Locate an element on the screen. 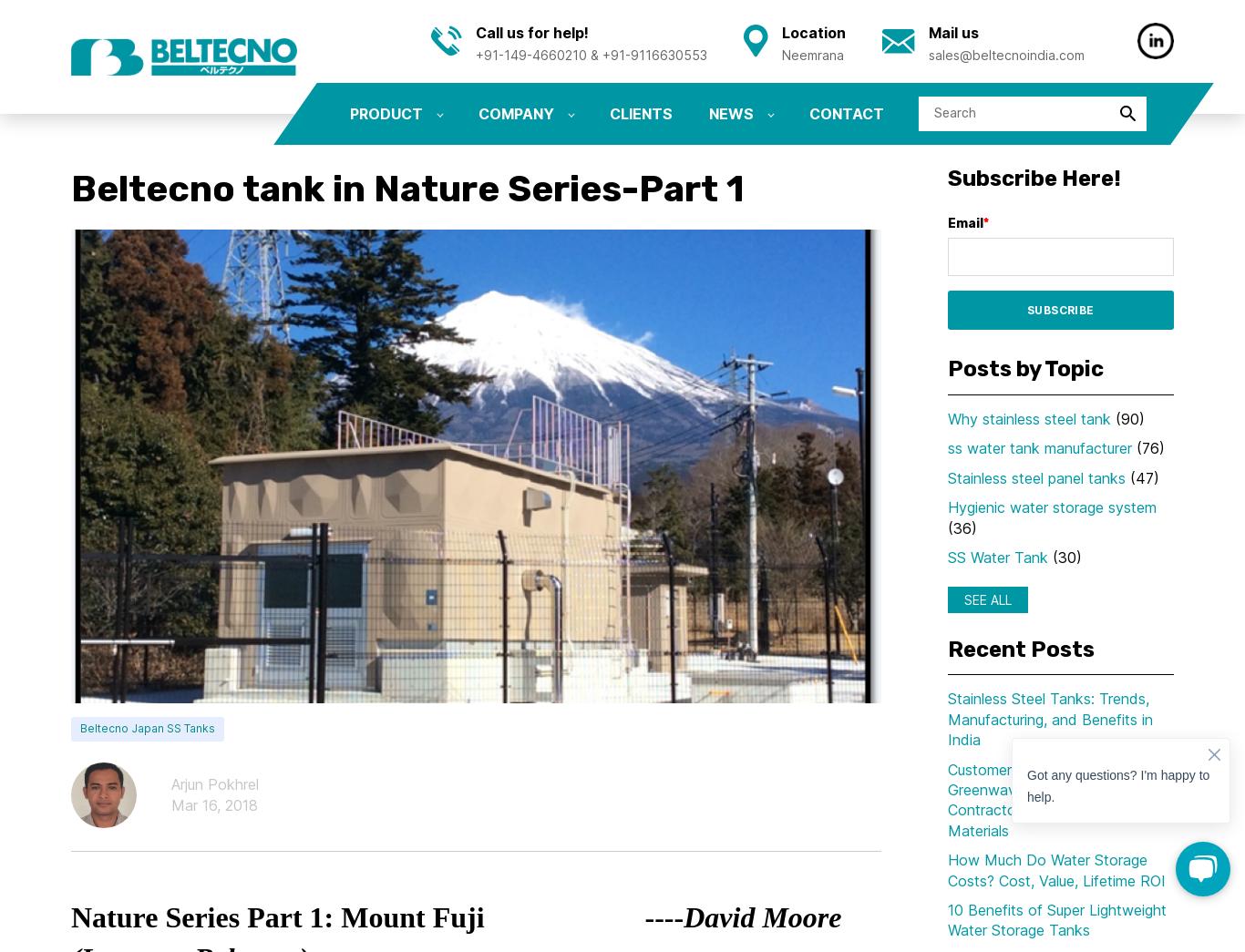 This screenshot has height=952, width=1245. 'Recent Posts' is located at coordinates (1019, 647).